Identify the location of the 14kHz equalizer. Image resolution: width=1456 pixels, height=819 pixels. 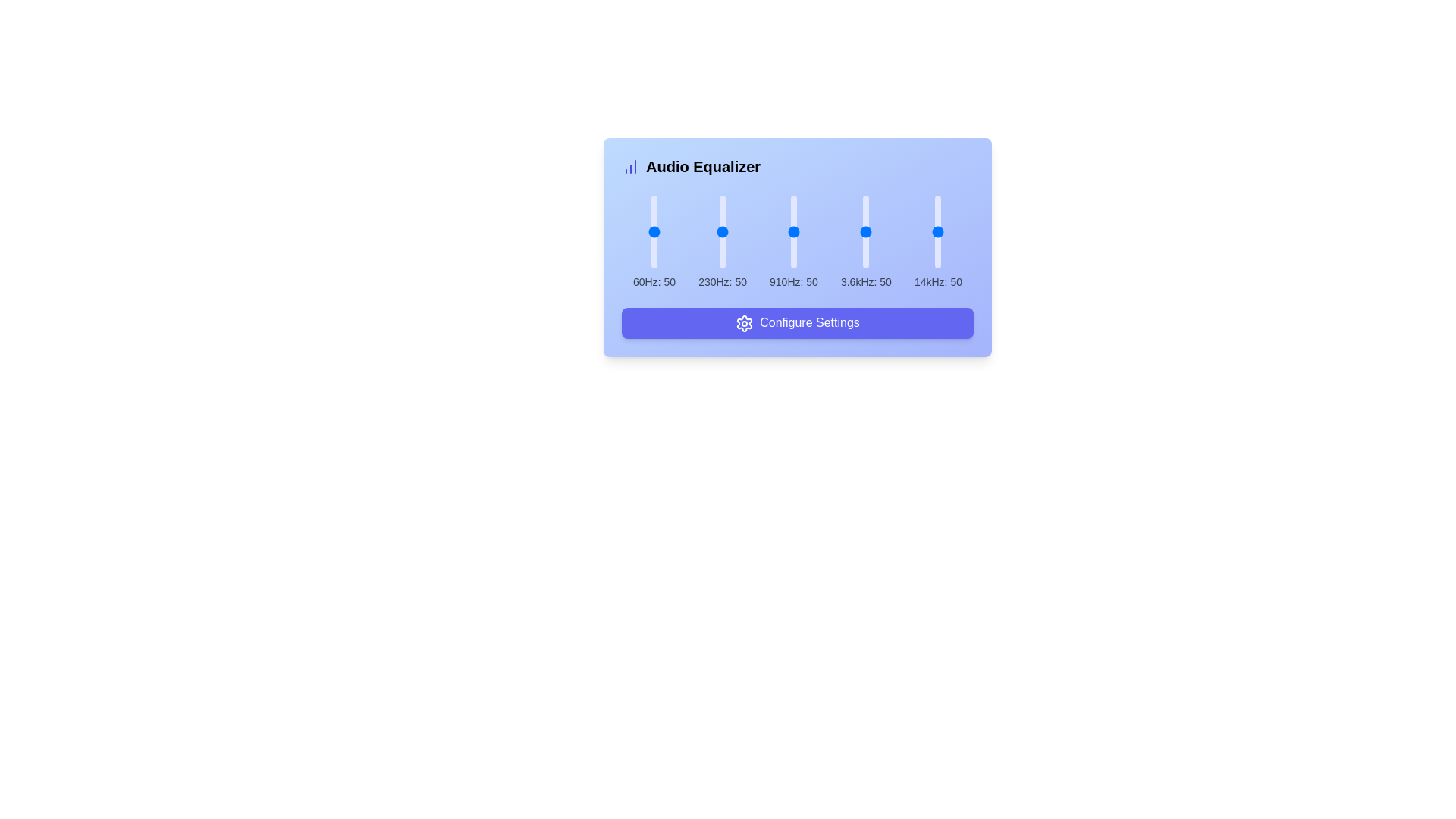
(937, 246).